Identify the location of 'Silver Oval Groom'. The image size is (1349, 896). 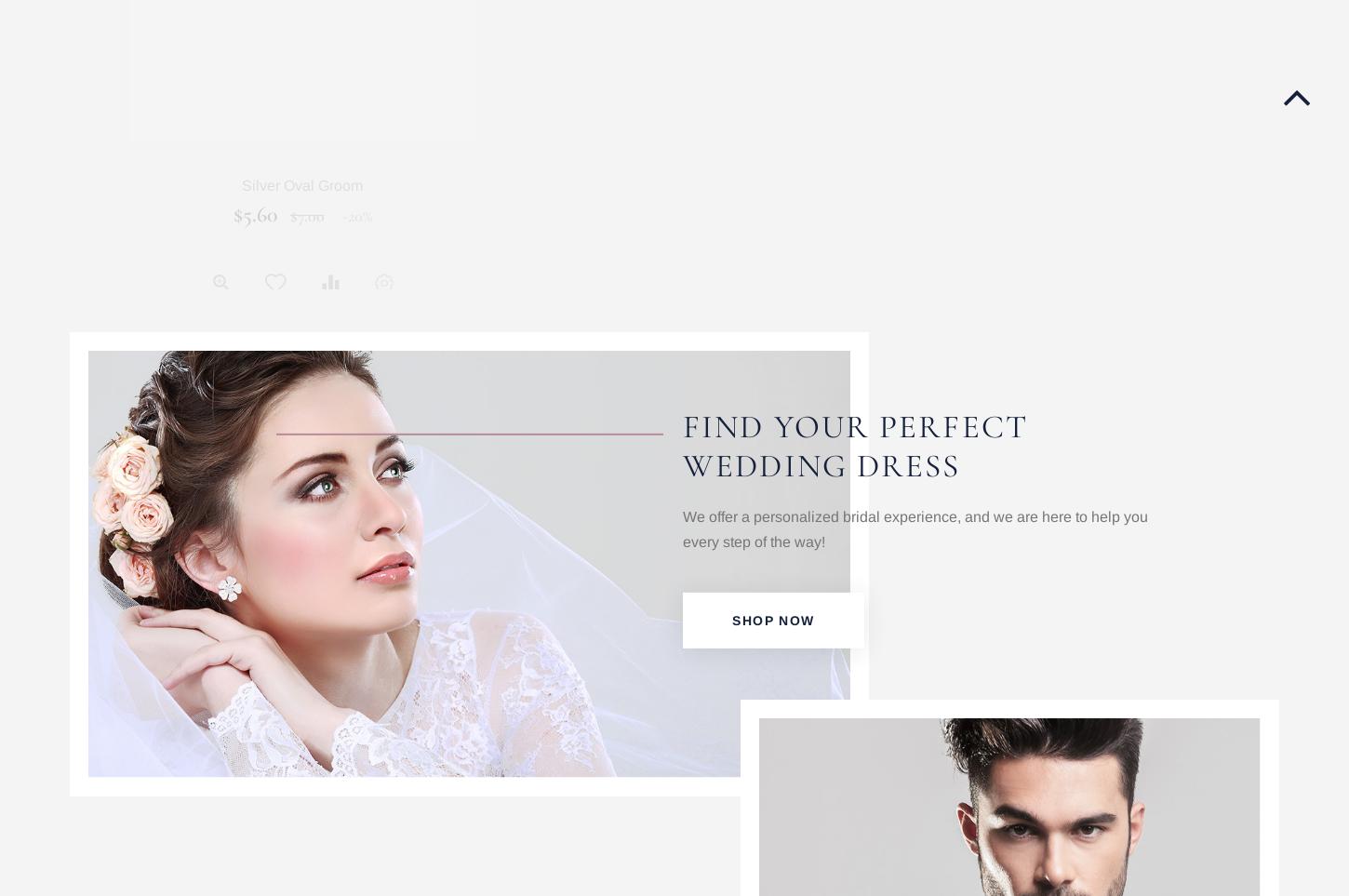
(301, 183).